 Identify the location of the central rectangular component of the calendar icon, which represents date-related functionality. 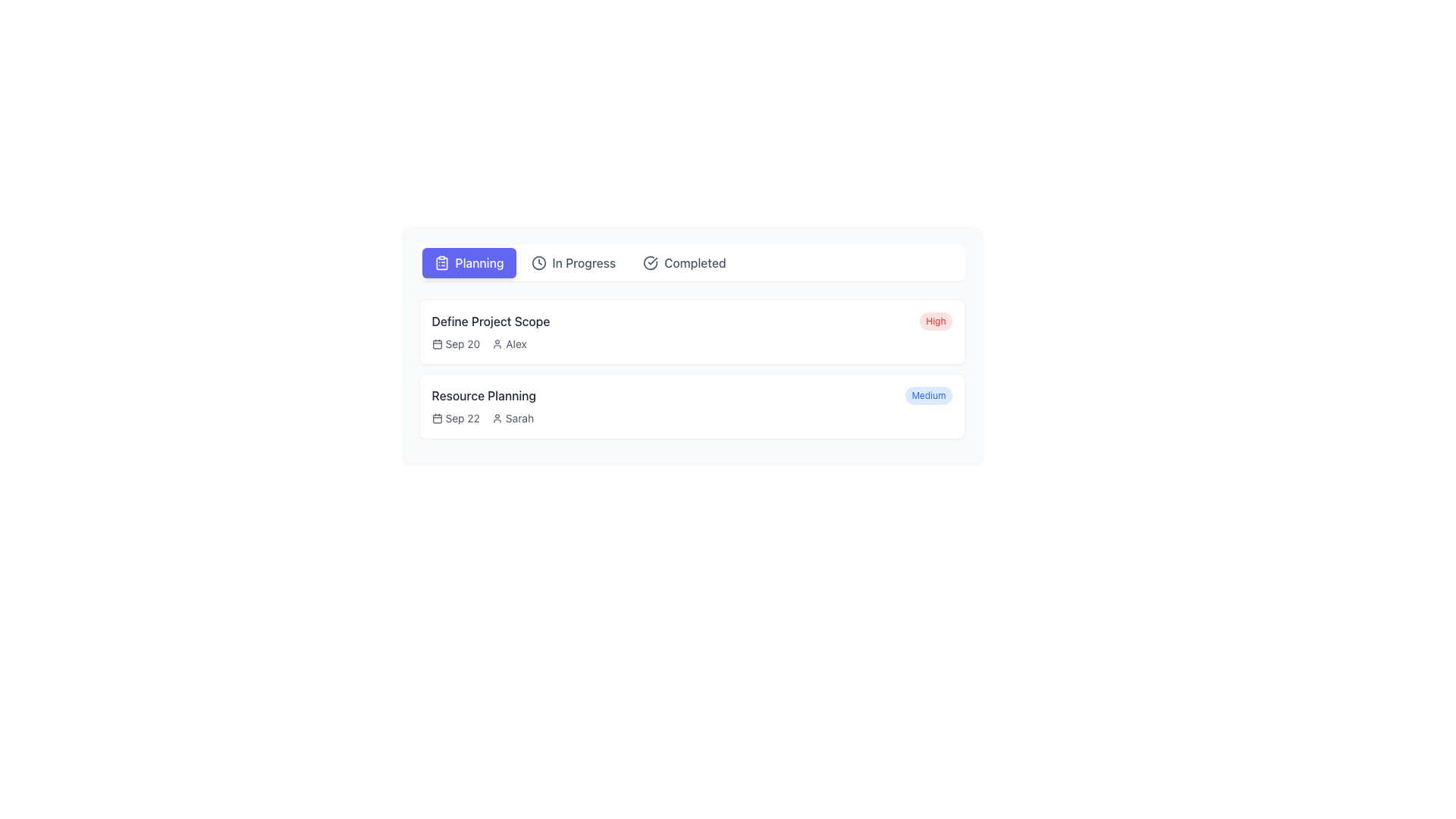
(436, 419).